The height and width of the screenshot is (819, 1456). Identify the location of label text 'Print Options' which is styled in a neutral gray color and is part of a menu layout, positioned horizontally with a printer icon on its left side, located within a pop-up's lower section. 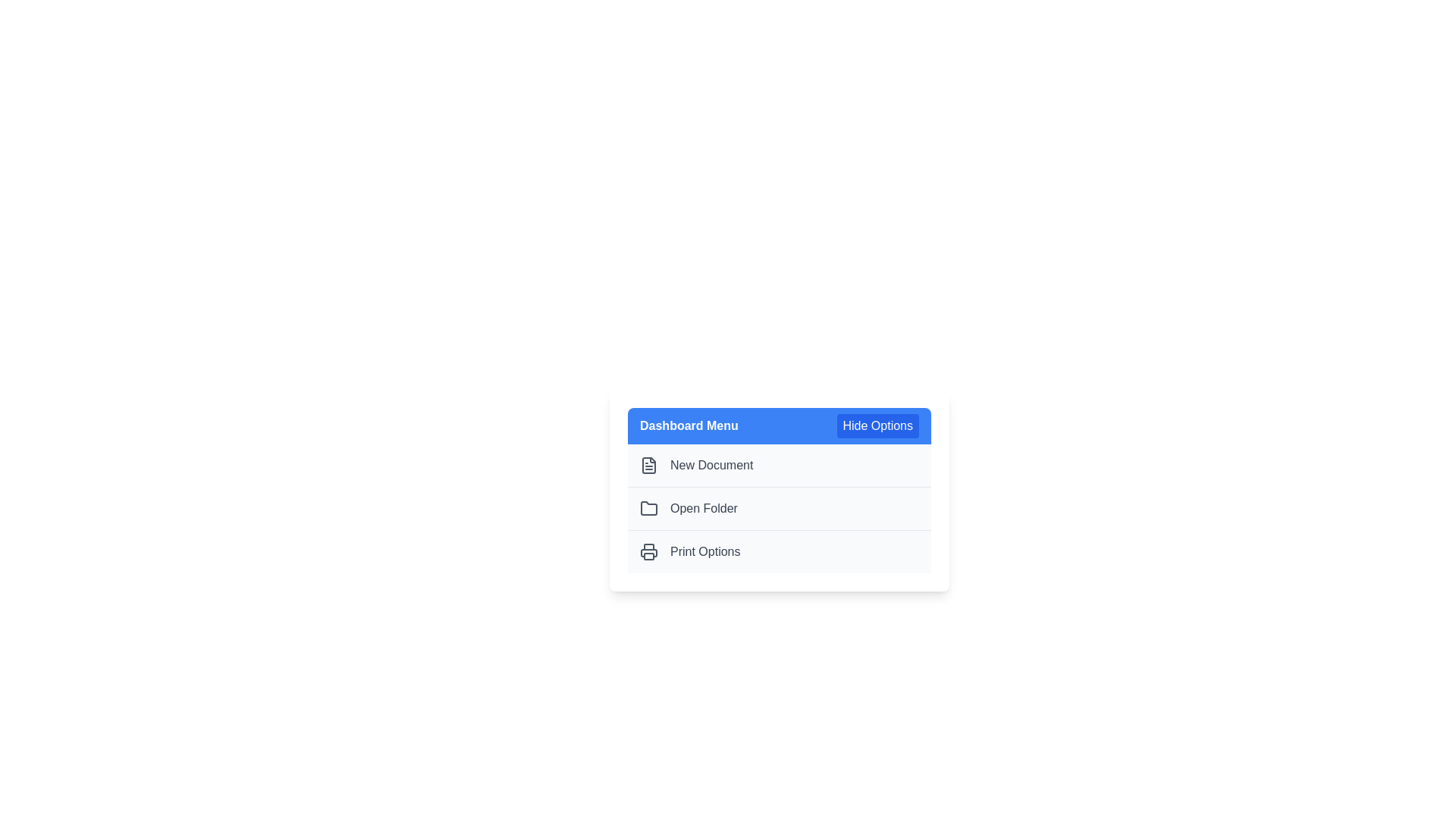
(704, 552).